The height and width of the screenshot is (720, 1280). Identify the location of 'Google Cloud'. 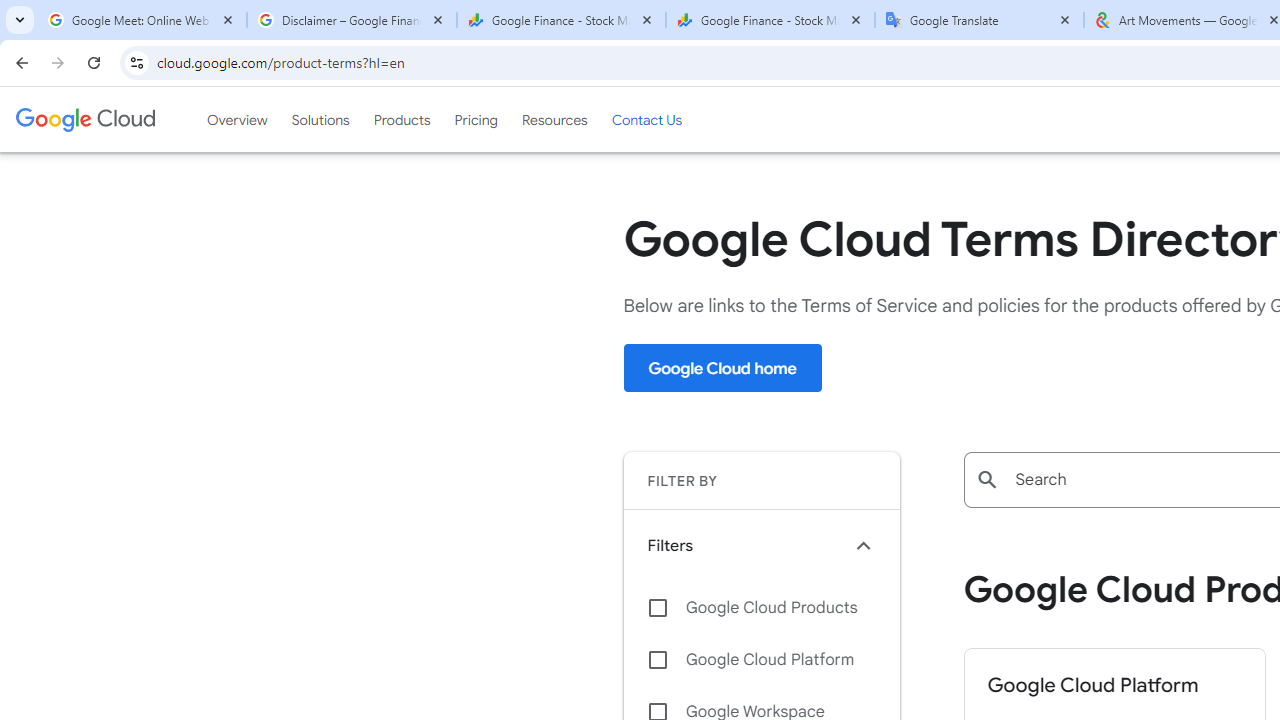
(84, 119).